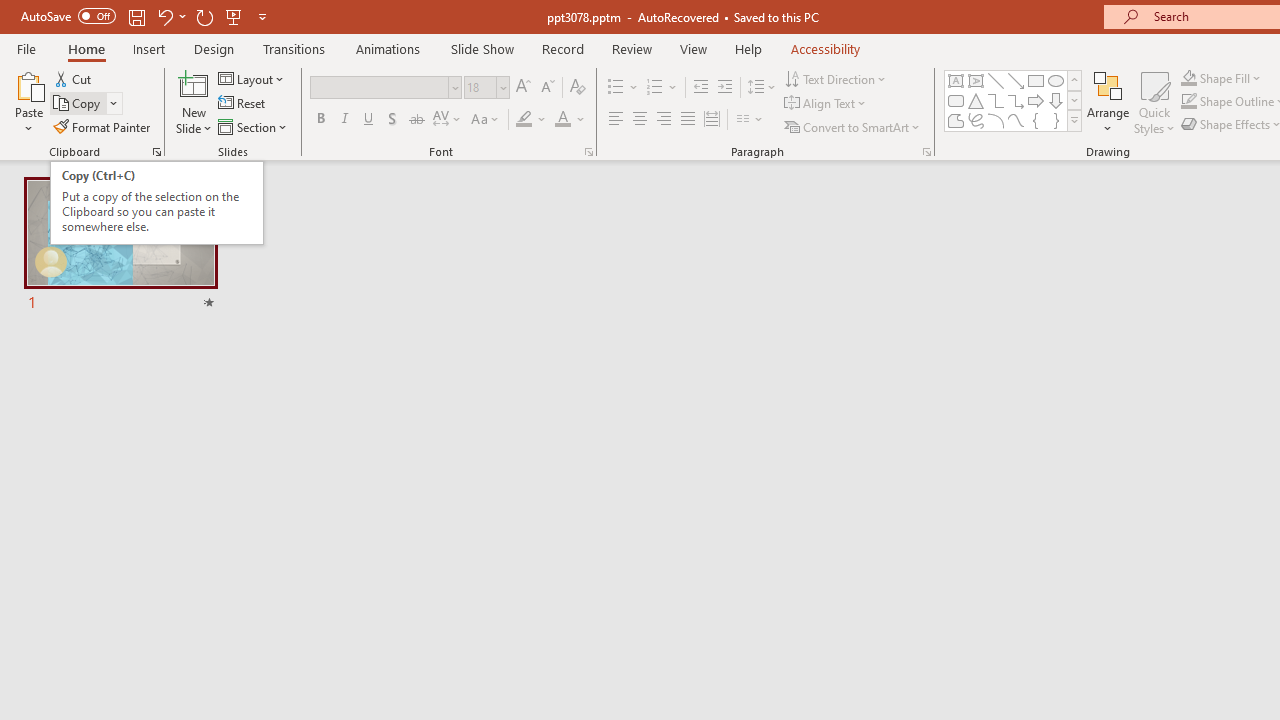 The image size is (1280, 720). What do you see at coordinates (531, 119) in the screenshot?
I see `'Text Highlight Color'` at bounding box center [531, 119].